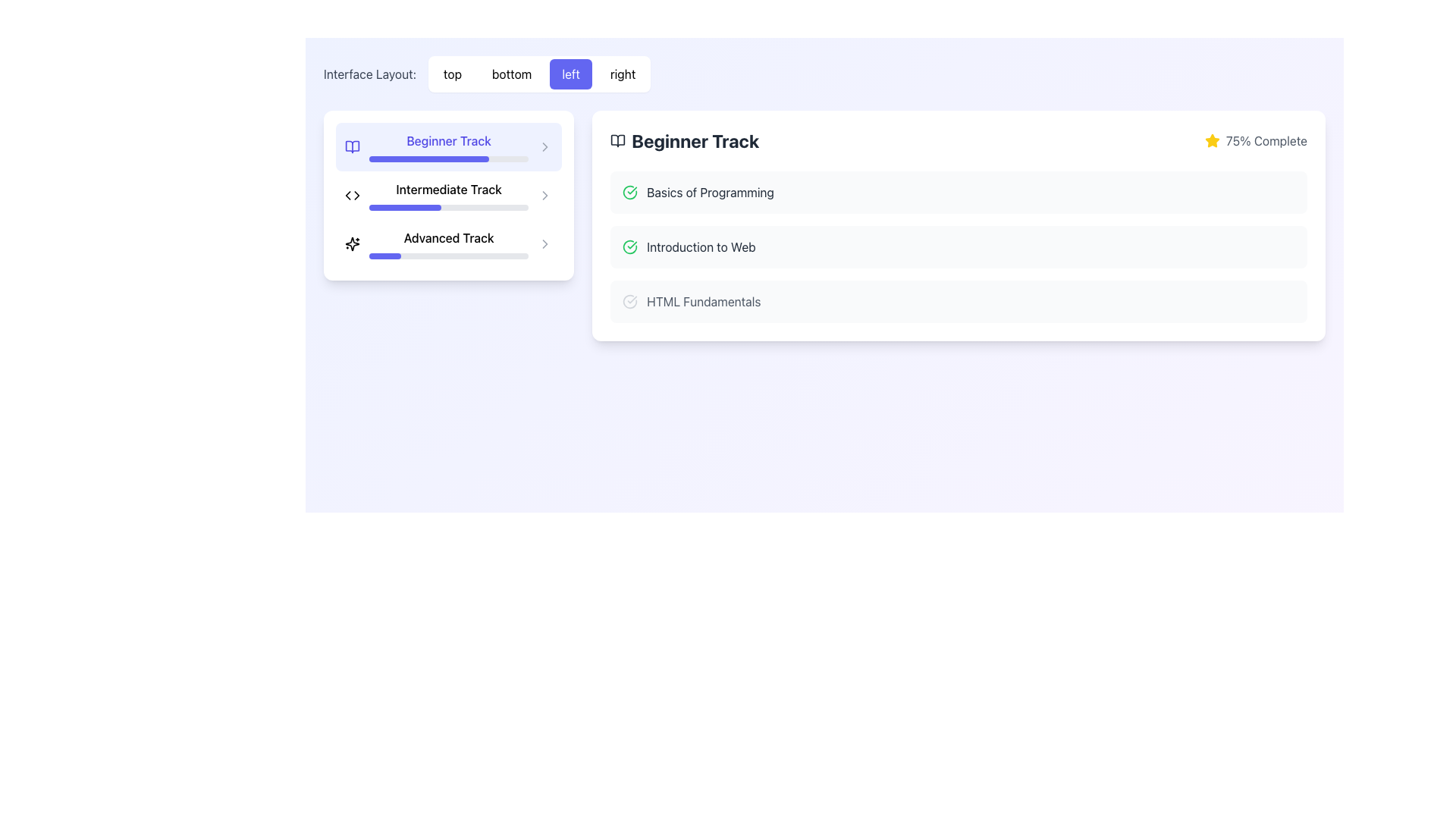  What do you see at coordinates (684, 140) in the screenshot?
I see `the 'Beginner Track' title text label with icon located in the right panel of the layout, near the top` at bounding box center [684, 140].